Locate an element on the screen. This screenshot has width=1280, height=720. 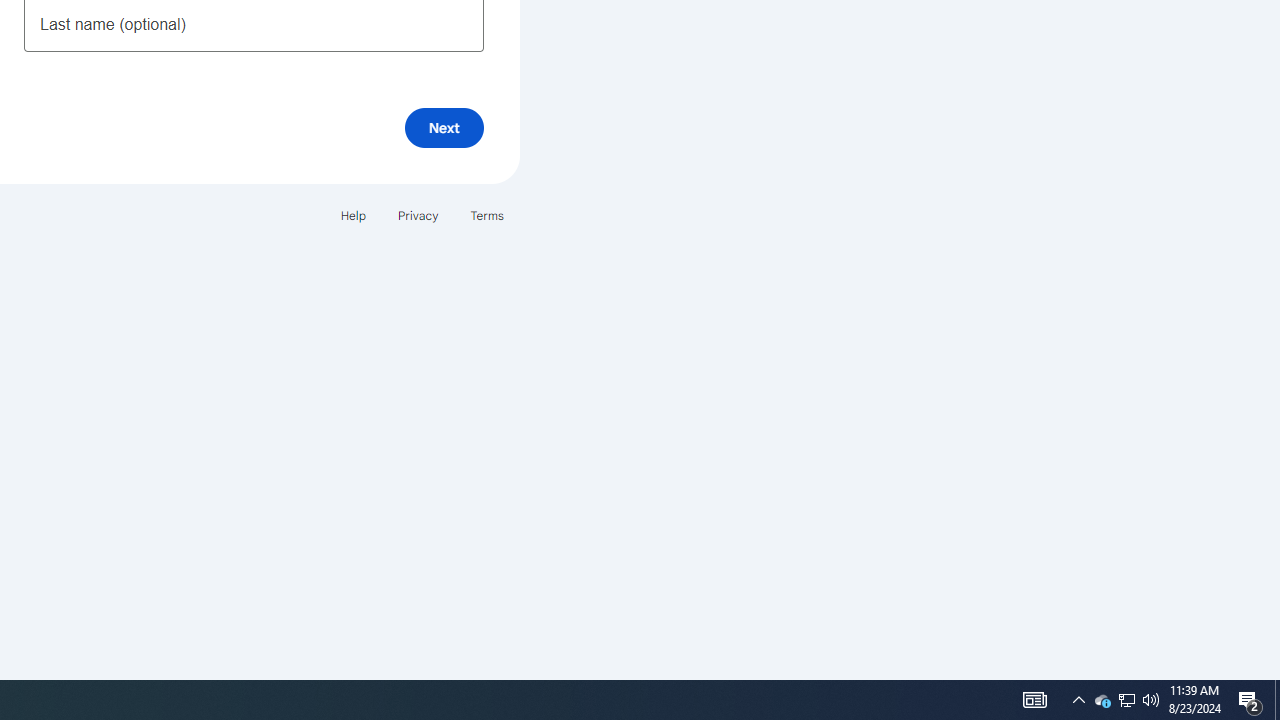
'Help' is located at coordinates (352, 215).